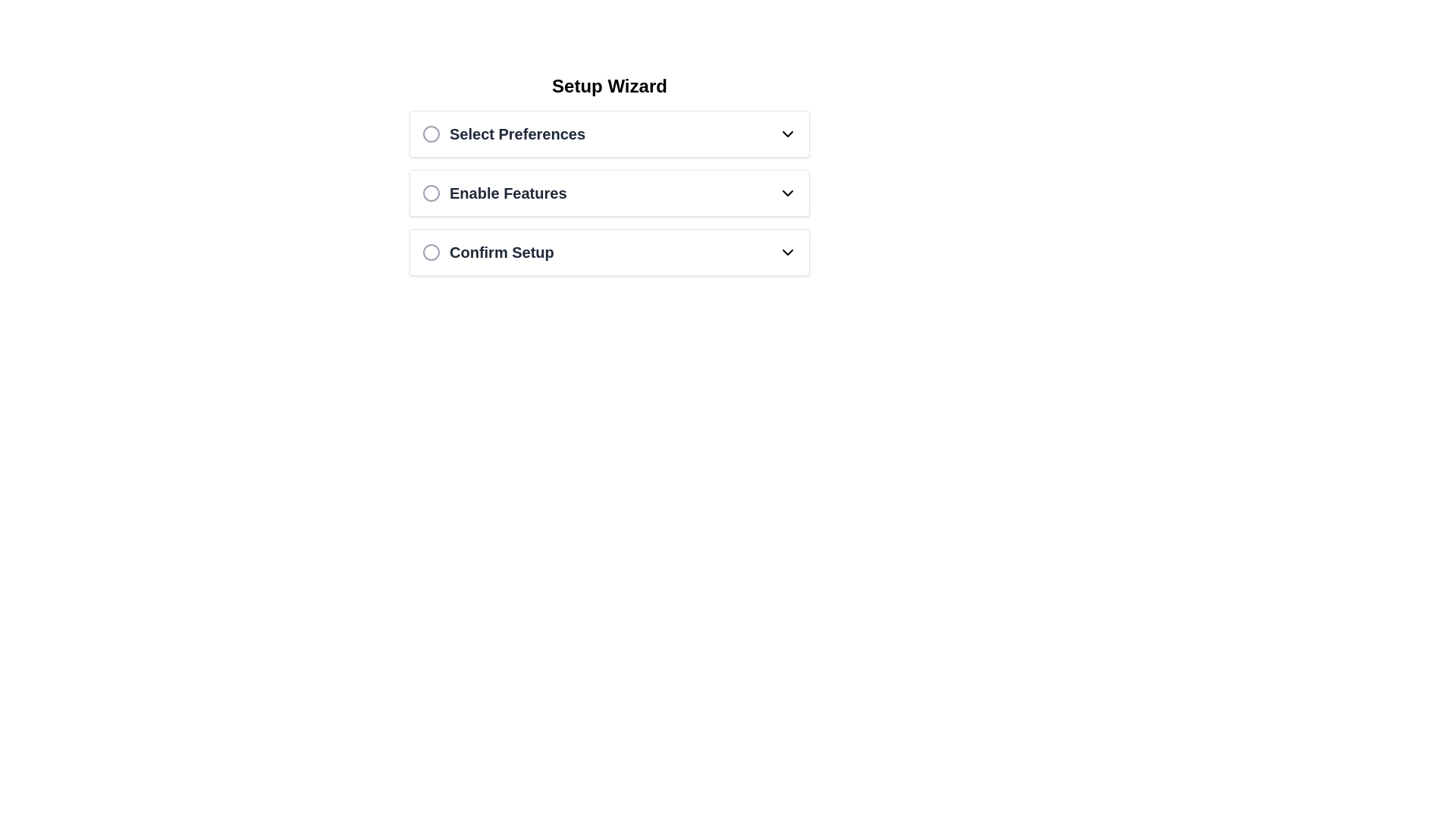 The width and height of the screenshot is (1456, 819). I want to click on the Dropdown trigger located at the upper region of the interface, the first item in a vertically stacked list of options, so click(610, 133).